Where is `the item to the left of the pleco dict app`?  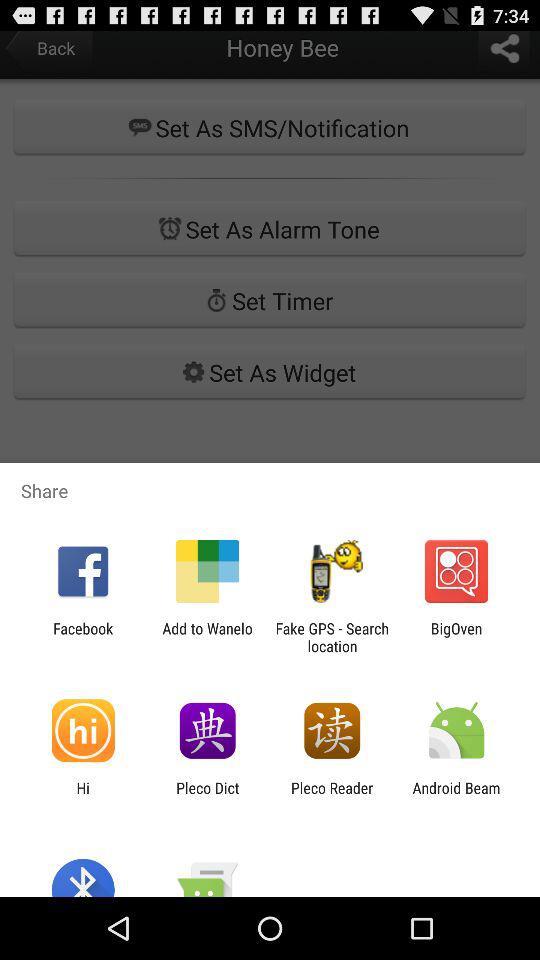
the item to the left of the pleco dict app is located at coordinates (82, 796).